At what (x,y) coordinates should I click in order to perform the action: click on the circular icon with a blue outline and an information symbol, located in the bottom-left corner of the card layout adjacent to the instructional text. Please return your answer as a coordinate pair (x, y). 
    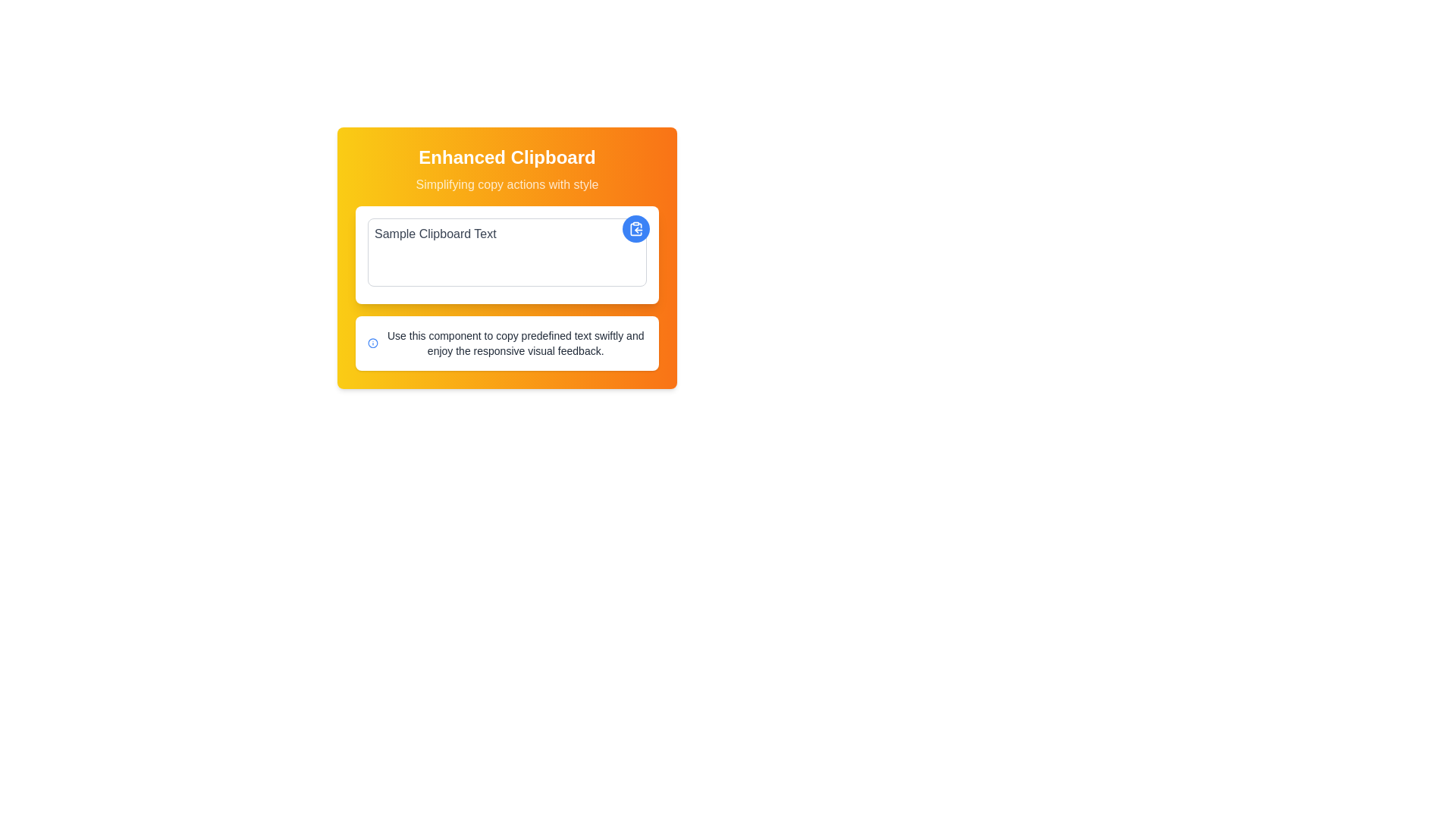
    Looking at the image, I should click on (373, 343).